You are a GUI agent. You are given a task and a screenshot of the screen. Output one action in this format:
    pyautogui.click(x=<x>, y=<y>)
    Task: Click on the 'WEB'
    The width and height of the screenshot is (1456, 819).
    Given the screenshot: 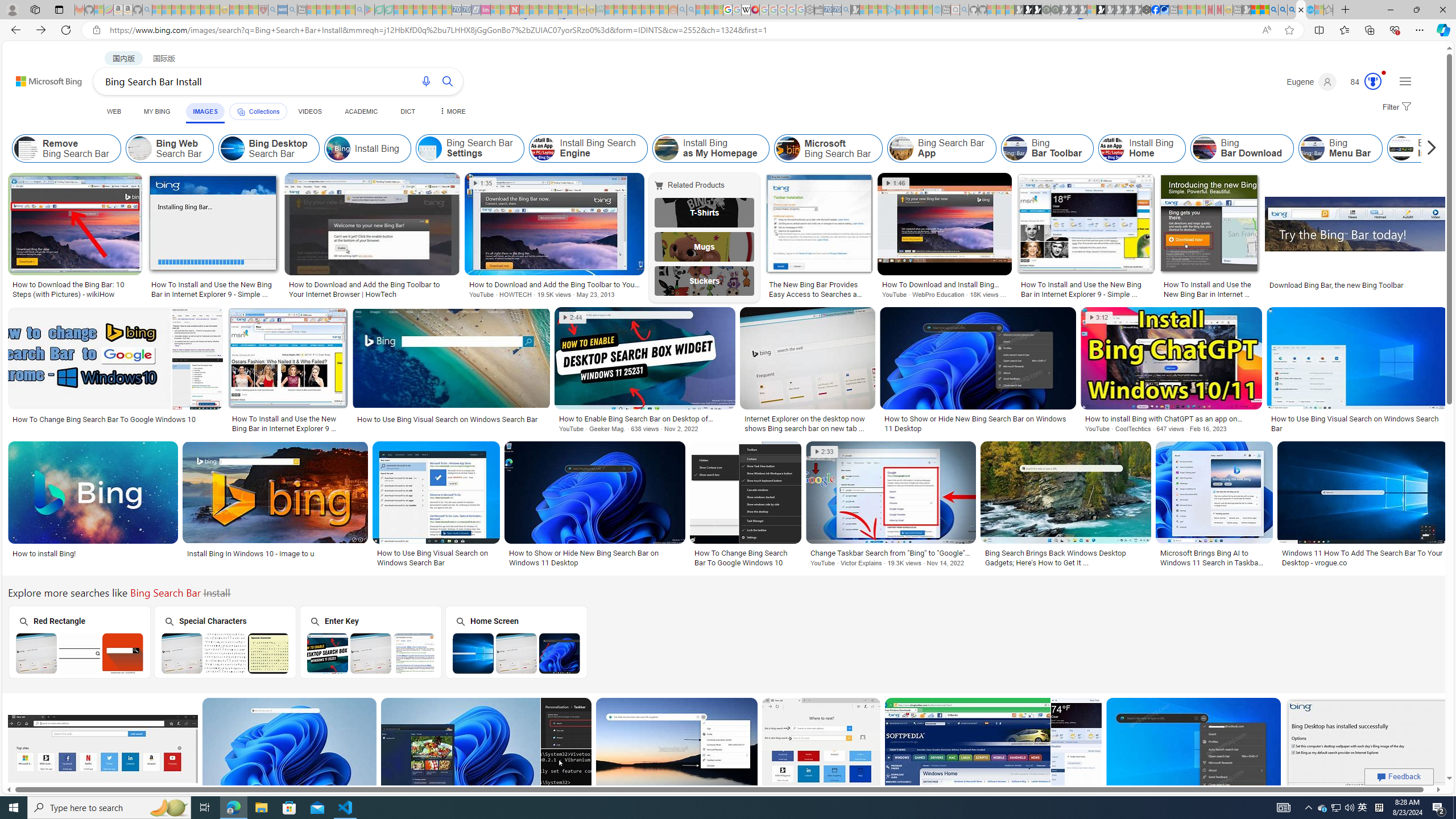 What is the action you would take?
    pyautogui.click(x=113, y=111)
    